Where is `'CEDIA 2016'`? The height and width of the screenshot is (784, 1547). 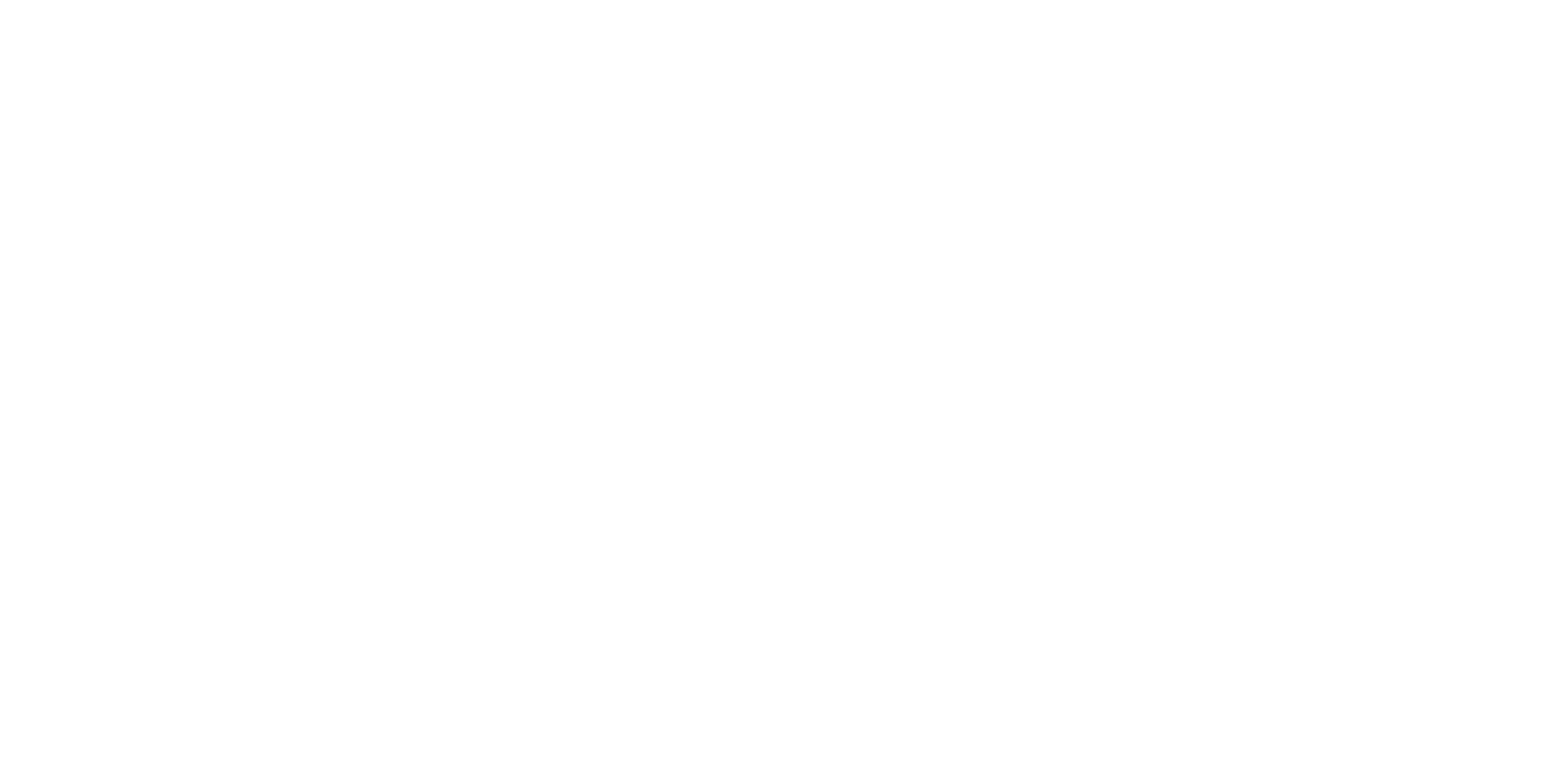 'CEDIA 2016' is located at coordinates (366, 143).